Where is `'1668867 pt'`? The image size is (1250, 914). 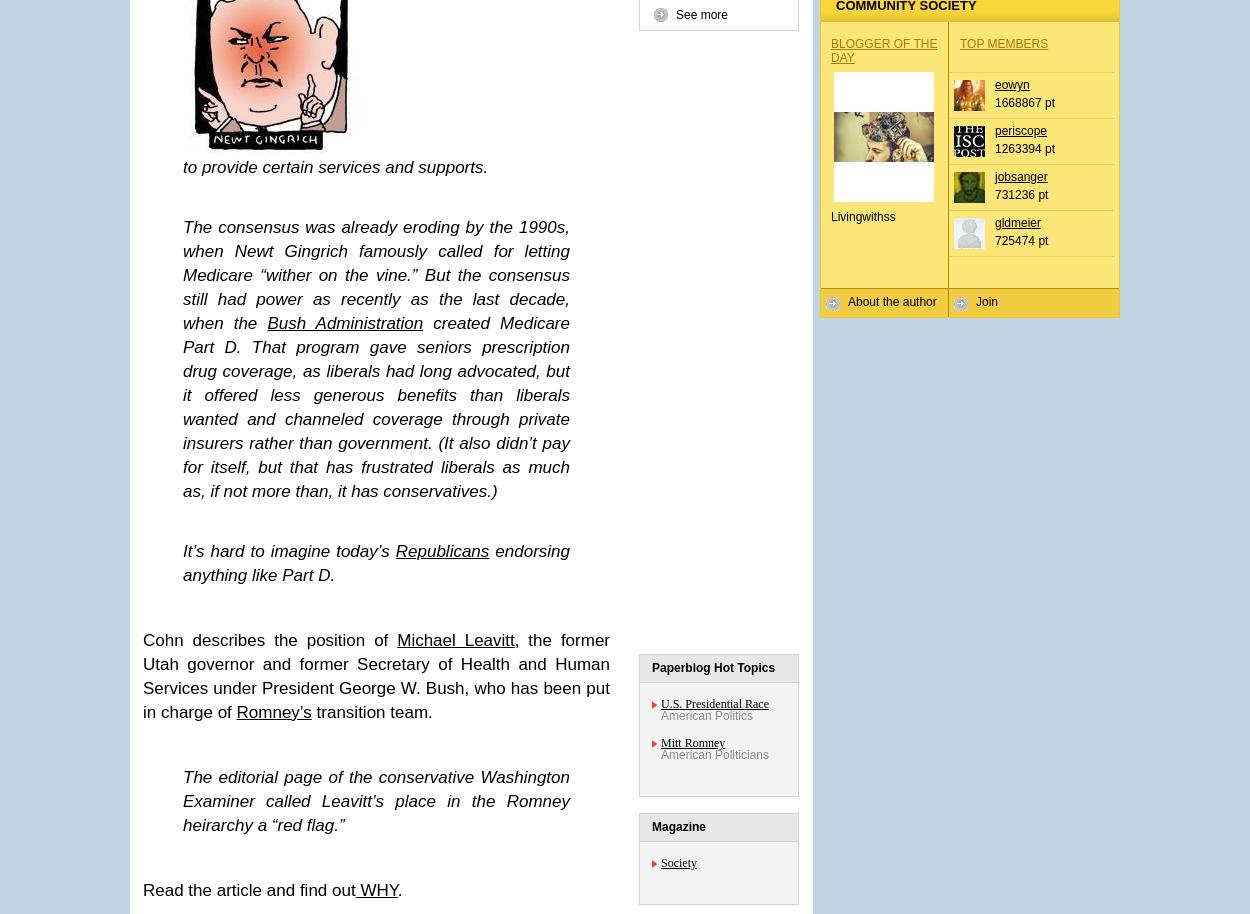
'1668867 pt' is located at coordinates (994, 103).